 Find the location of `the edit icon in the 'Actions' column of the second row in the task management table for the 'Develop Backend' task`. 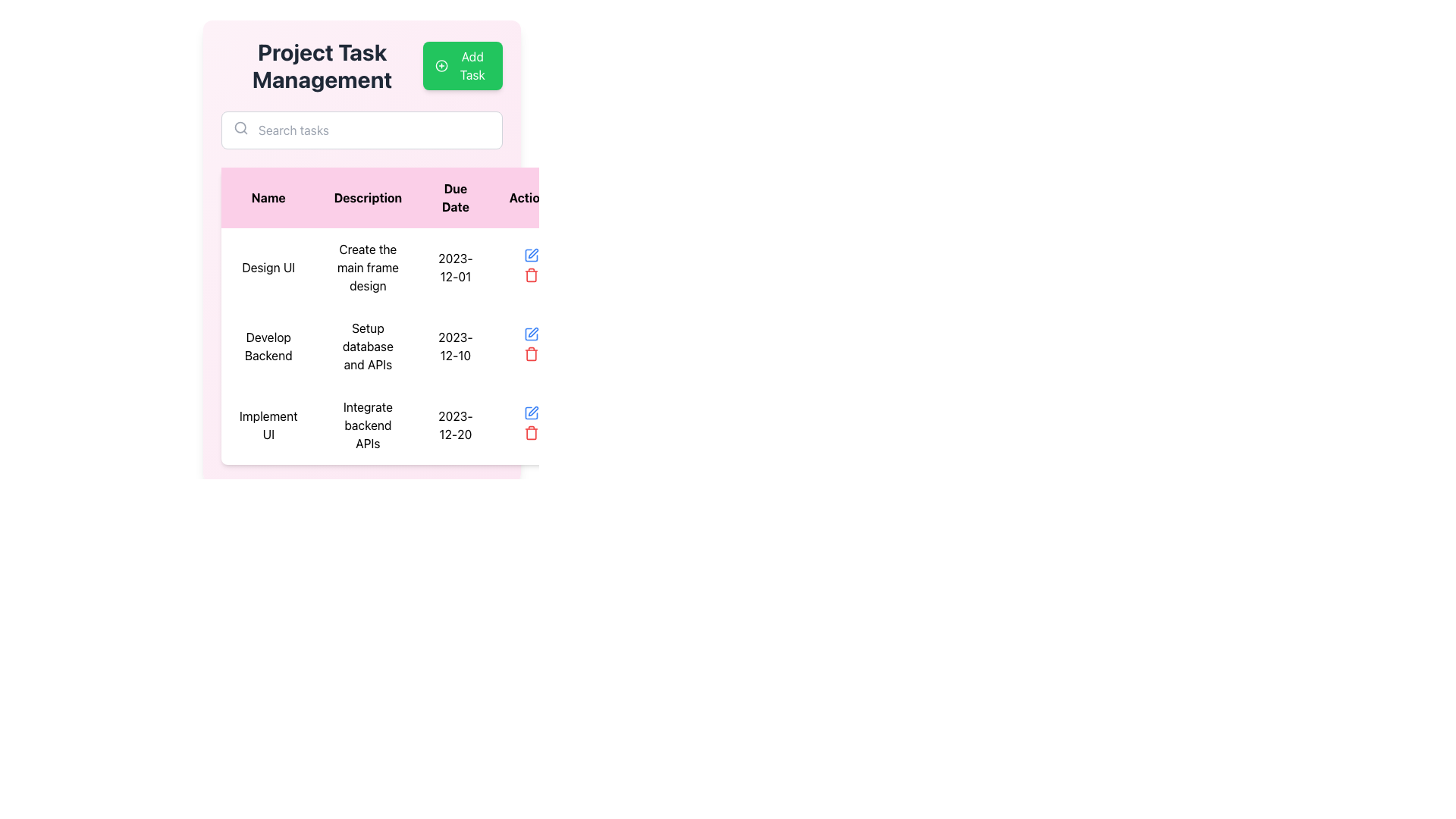

the edit icon in the 'Actions' column of the second row in the task management table for the 'Develop Backend' task is located at coordinates (533, 331).